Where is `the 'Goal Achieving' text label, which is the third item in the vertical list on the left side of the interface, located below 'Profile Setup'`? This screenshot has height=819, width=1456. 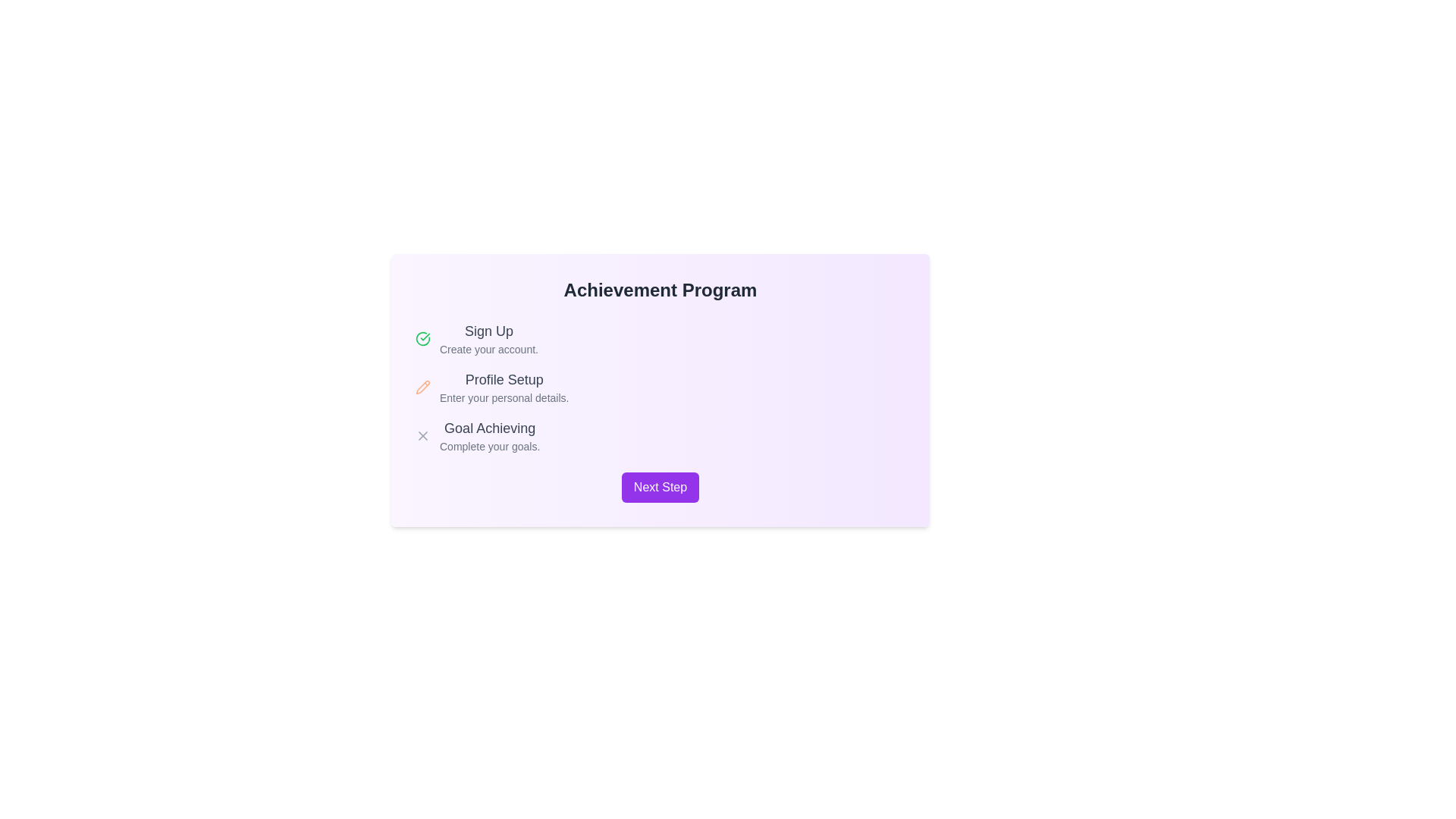 the 'Goal Achieving' text label, which is the third item in the vertical list on the left side of the interface, located below 'Profile Setup' is located at coordinates (490, 428).